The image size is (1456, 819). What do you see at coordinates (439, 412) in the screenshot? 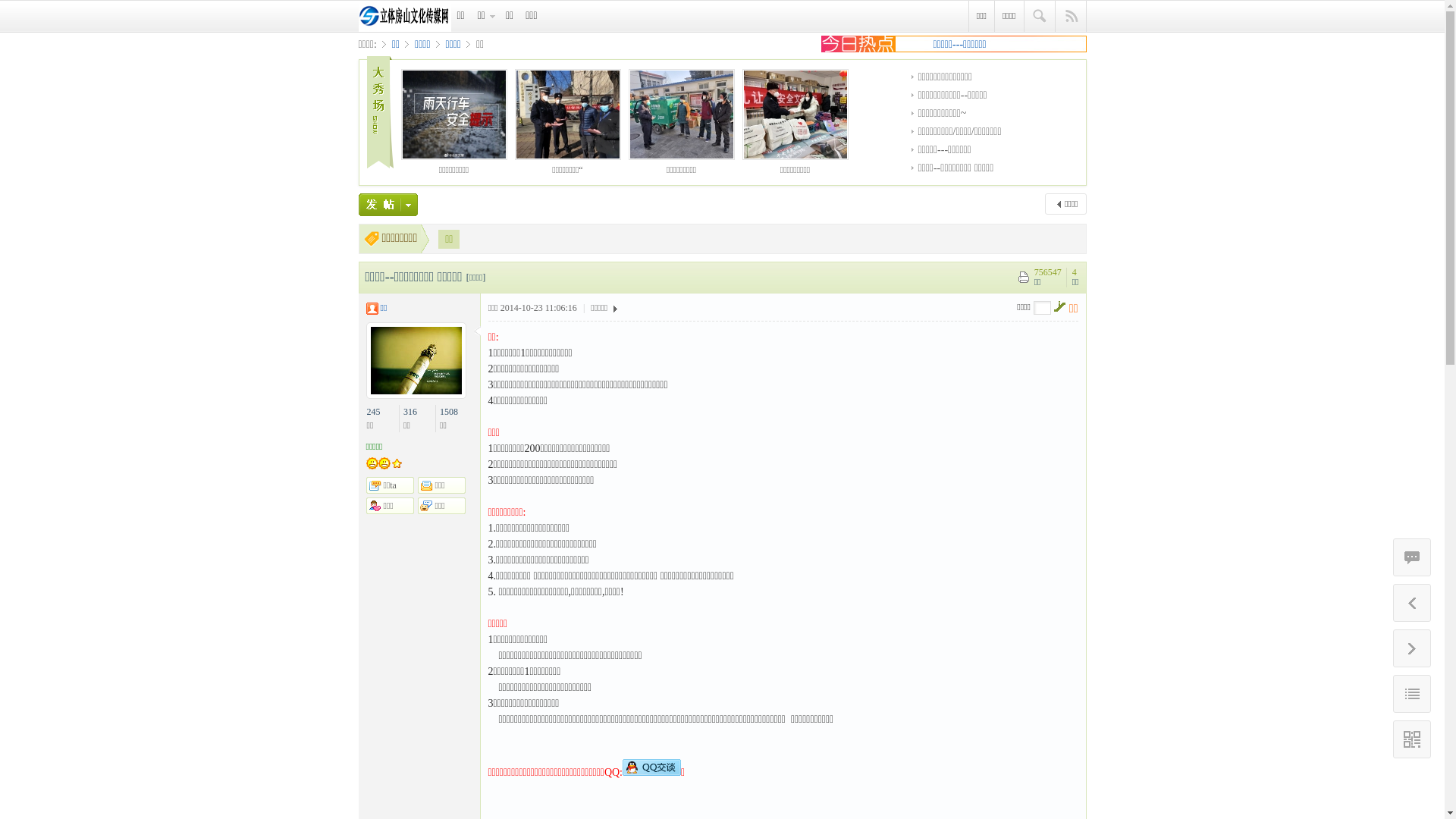
I see `'1508'` at bounding box center [439, 412].